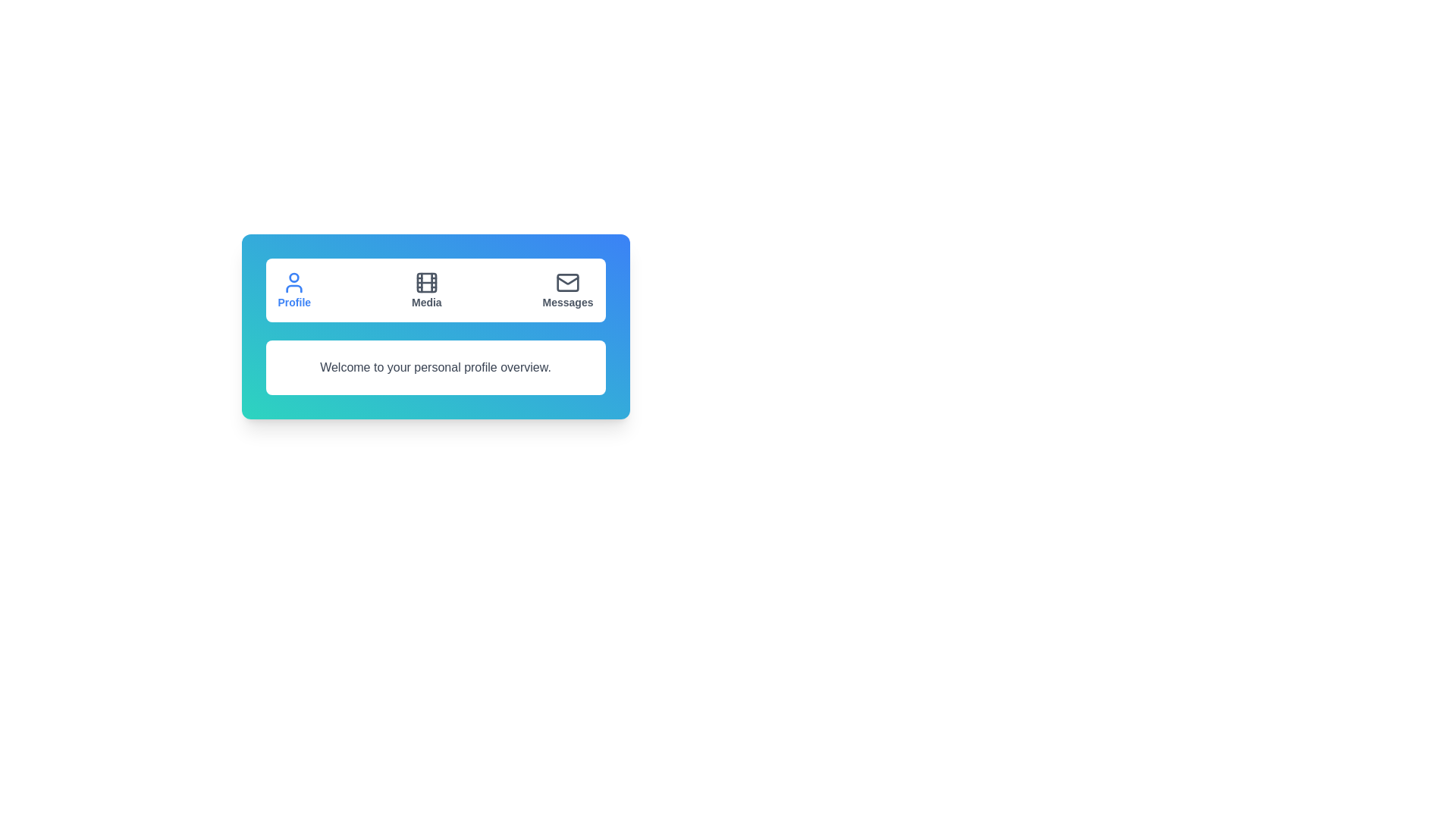 The image size is (1456, 819). Describe the element at coordinates (294, 290) in the screenshot. I see `the Profile tab by clicking on it` at that location.